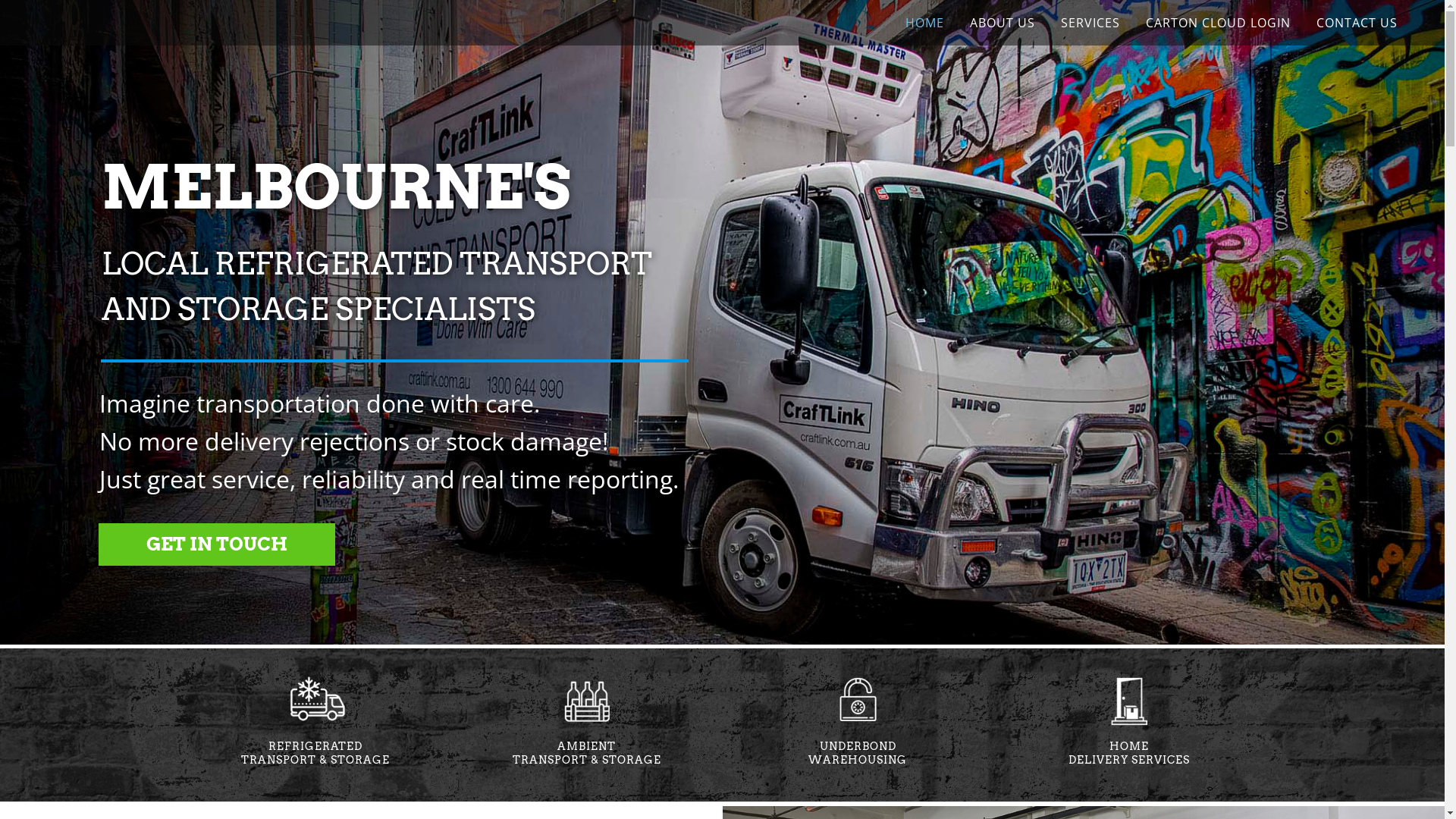 The image size is (1456, 819). What do you see at coordinates (585, 701) in the screenshot?
I see `'ambient delivery icon'` at bounding box center [585, 701].